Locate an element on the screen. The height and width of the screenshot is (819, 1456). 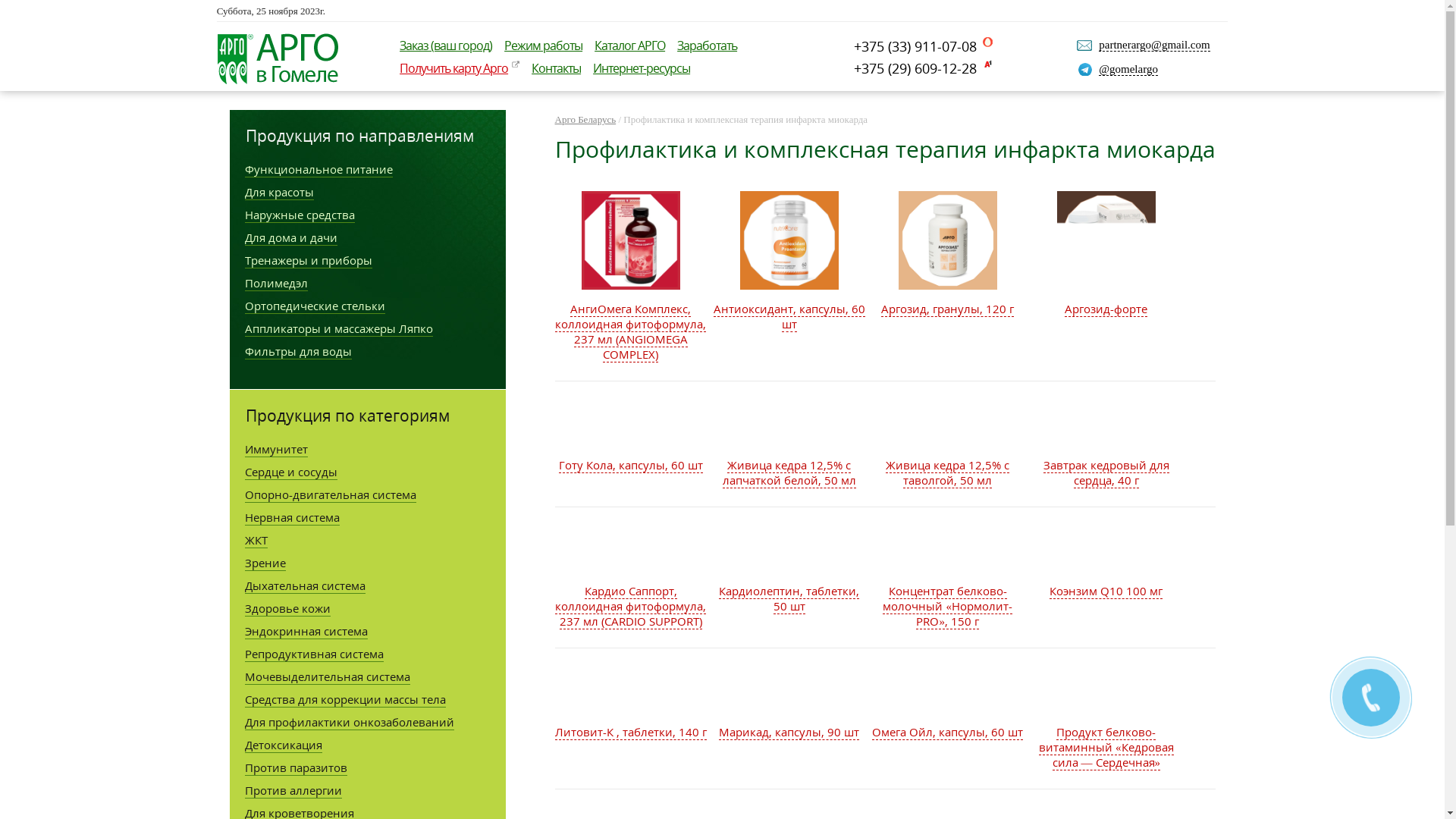
'+375 (29) 609-12-28' is located at coordinates (854, 67).